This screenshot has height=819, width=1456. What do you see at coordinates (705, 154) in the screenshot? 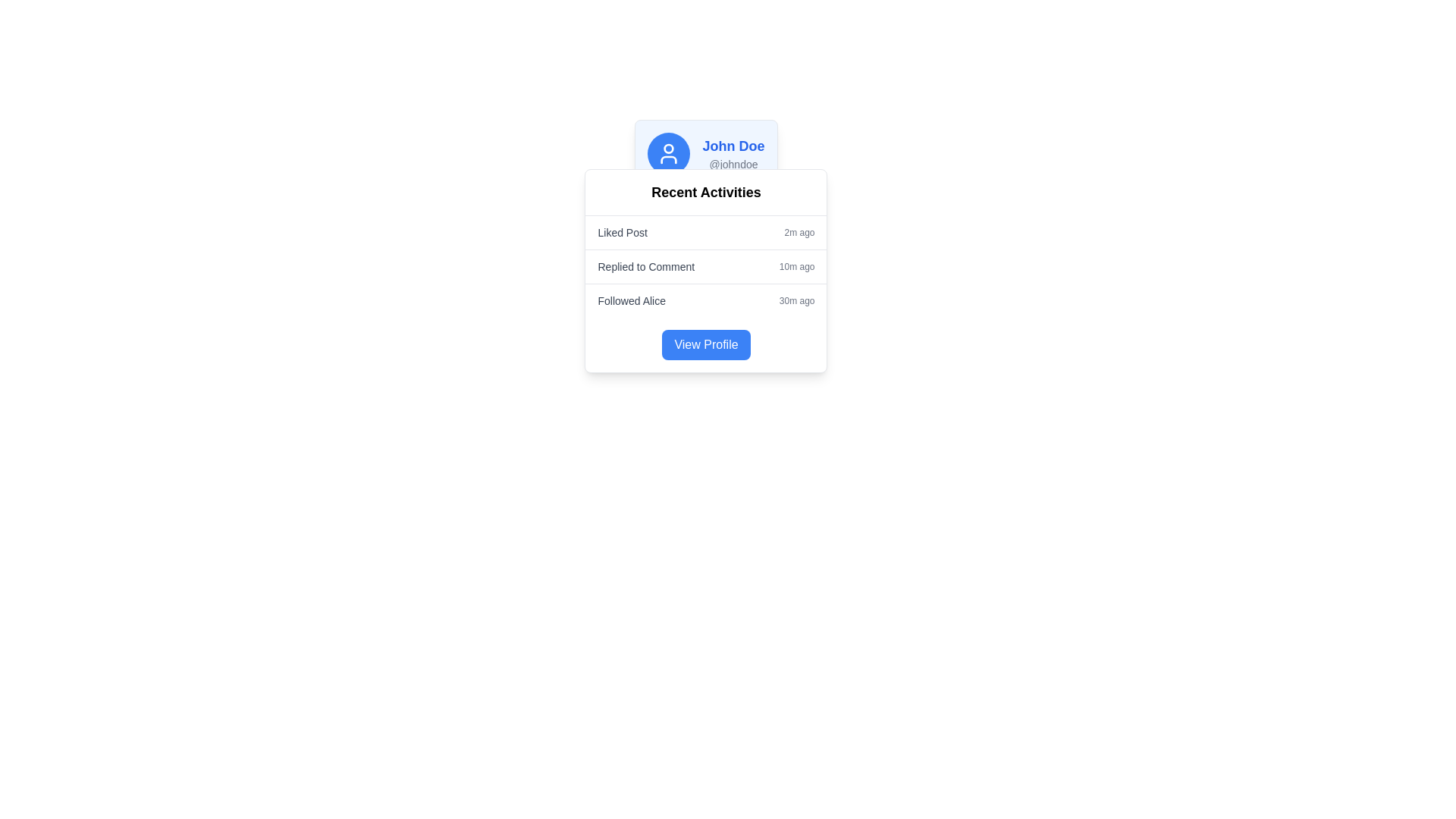
I see `the User Identifier Item which features a blue circular icon with a white outline of a person and the bold blue text 'John Doe' along with smaller gray text '@johndoe'` at bounding box center [705, 154].